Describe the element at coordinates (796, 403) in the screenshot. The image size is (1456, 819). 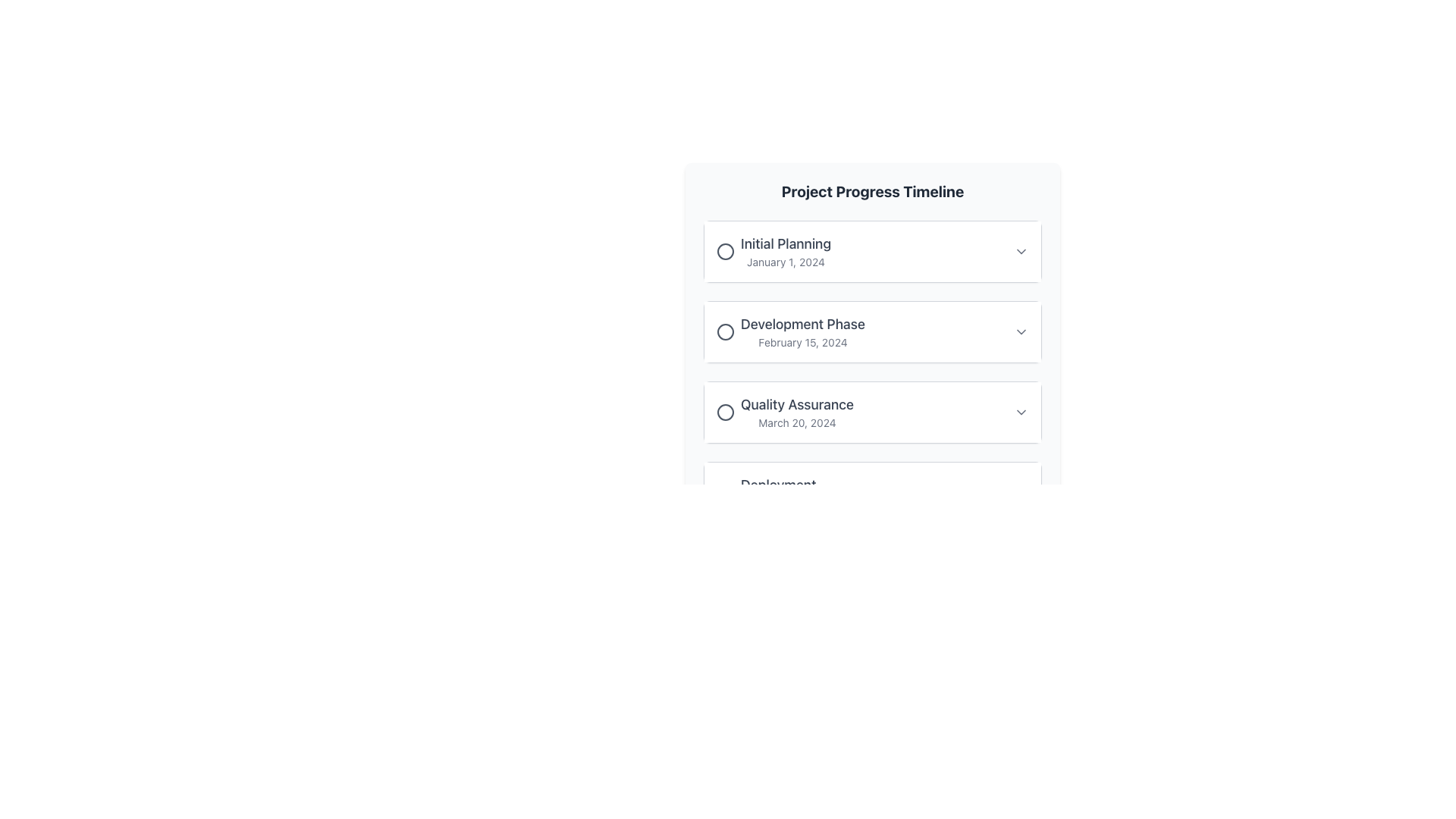
I see `the 'Quality Assurance' text label, which is part of the third list item in the 'Project Progress Timeline', located between 'Development Phase' and 'Deployment'` at that location.